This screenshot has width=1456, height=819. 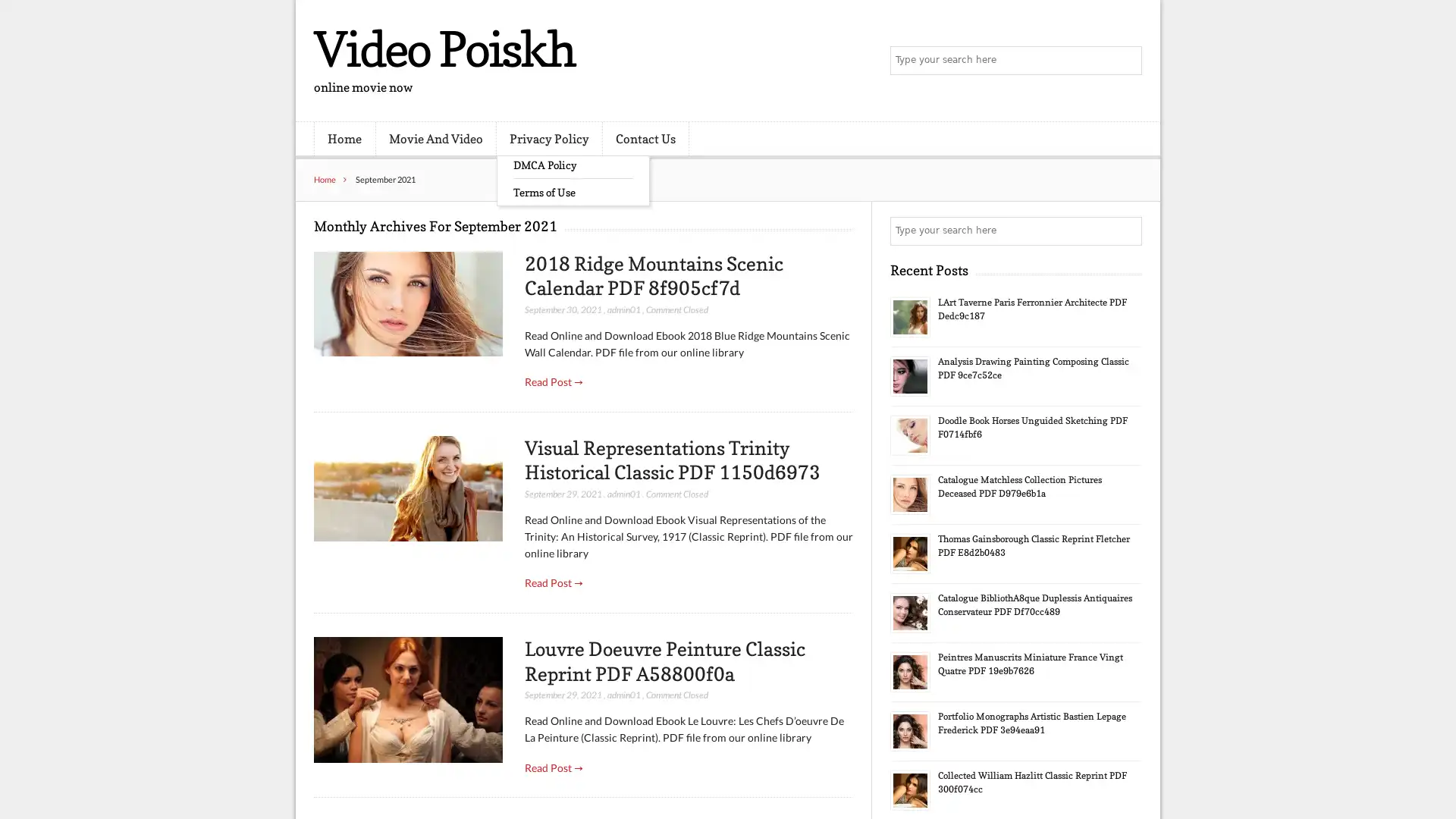 What do you see at coordinates (1126, 231) in the screenshot?
I see `Search` at bounding box center [1126, 231].